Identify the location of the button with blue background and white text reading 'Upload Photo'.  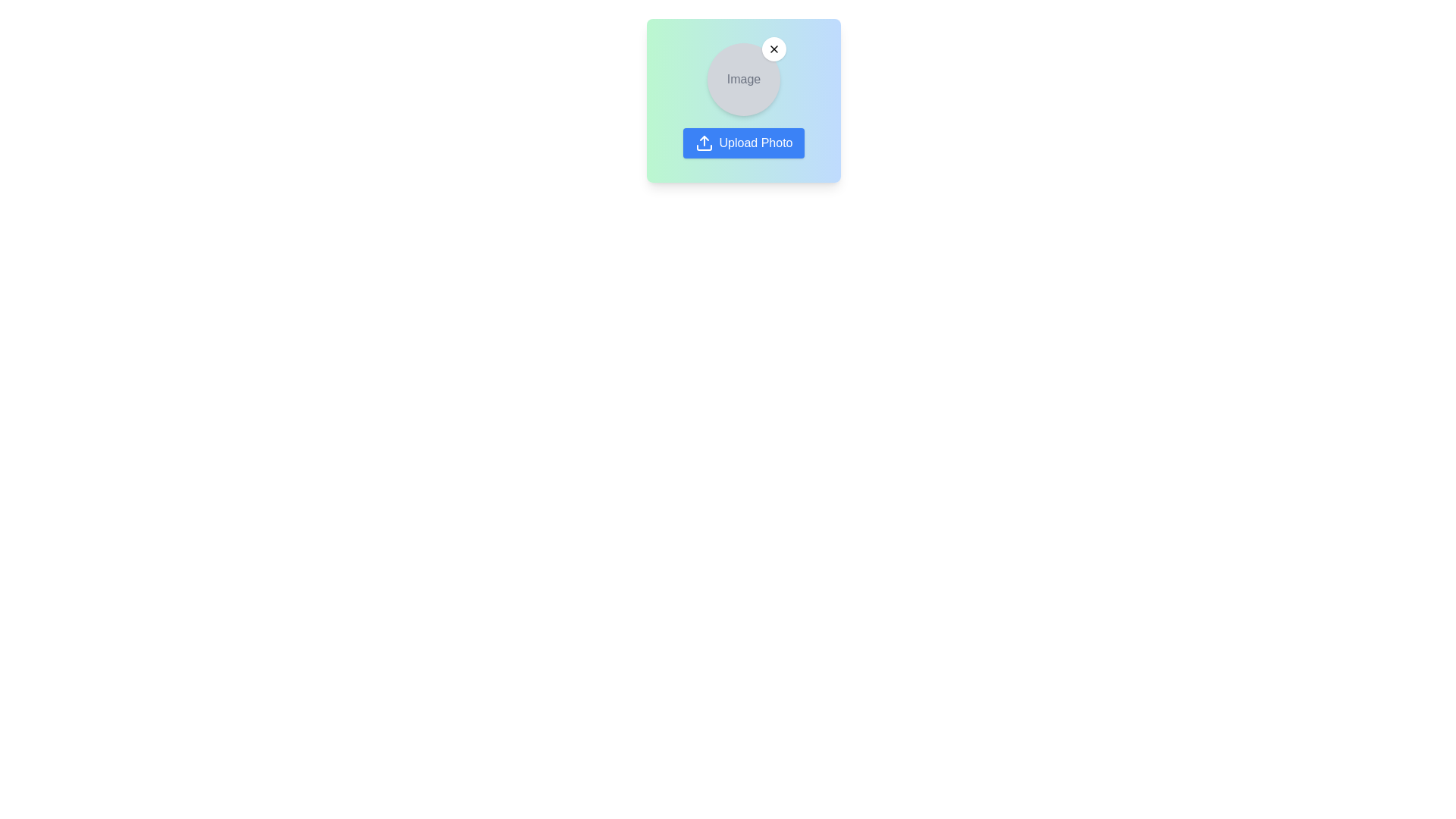
(743, 143).